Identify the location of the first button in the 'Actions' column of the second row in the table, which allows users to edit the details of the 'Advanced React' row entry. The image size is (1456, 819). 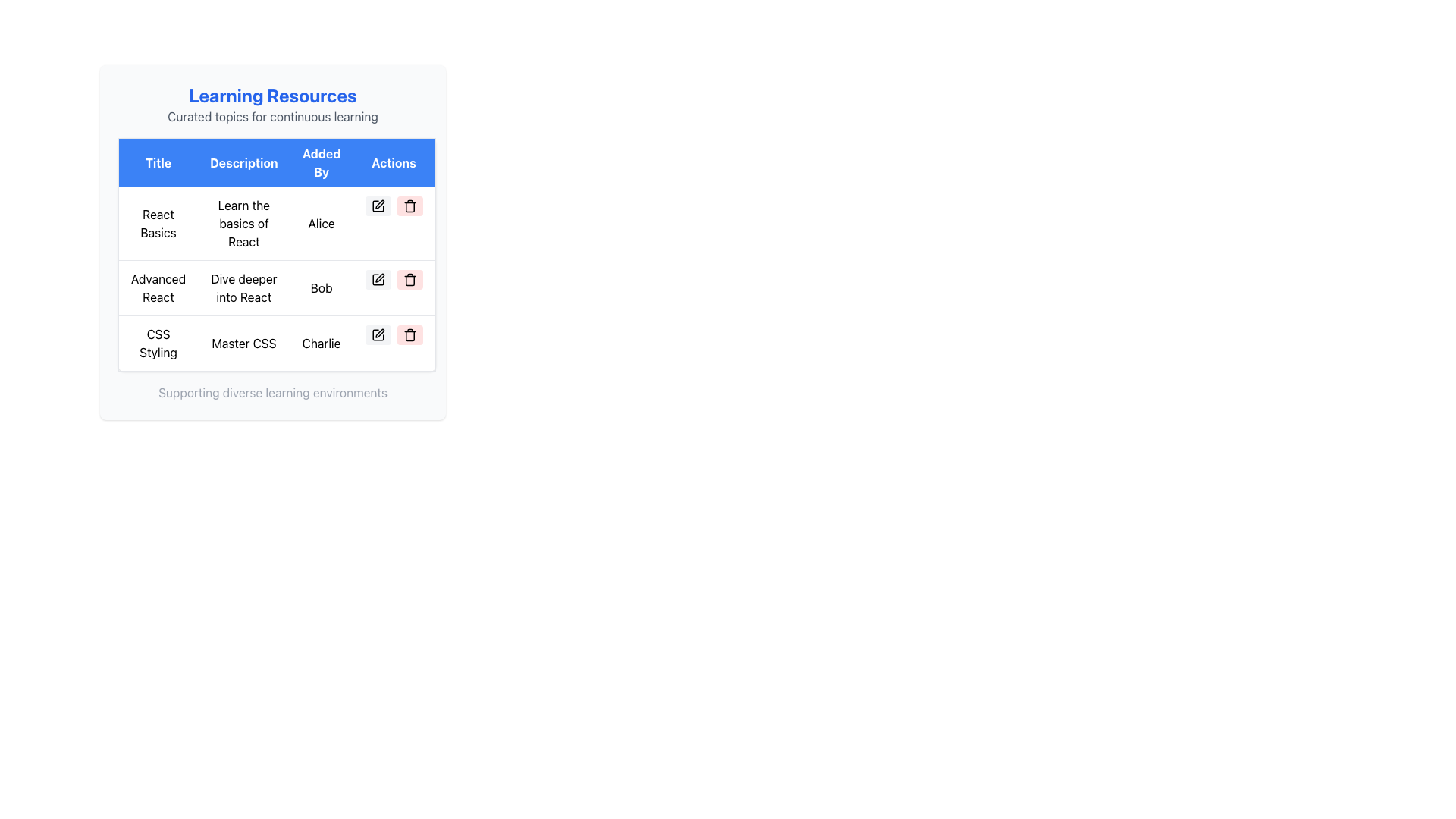
(378, 280).